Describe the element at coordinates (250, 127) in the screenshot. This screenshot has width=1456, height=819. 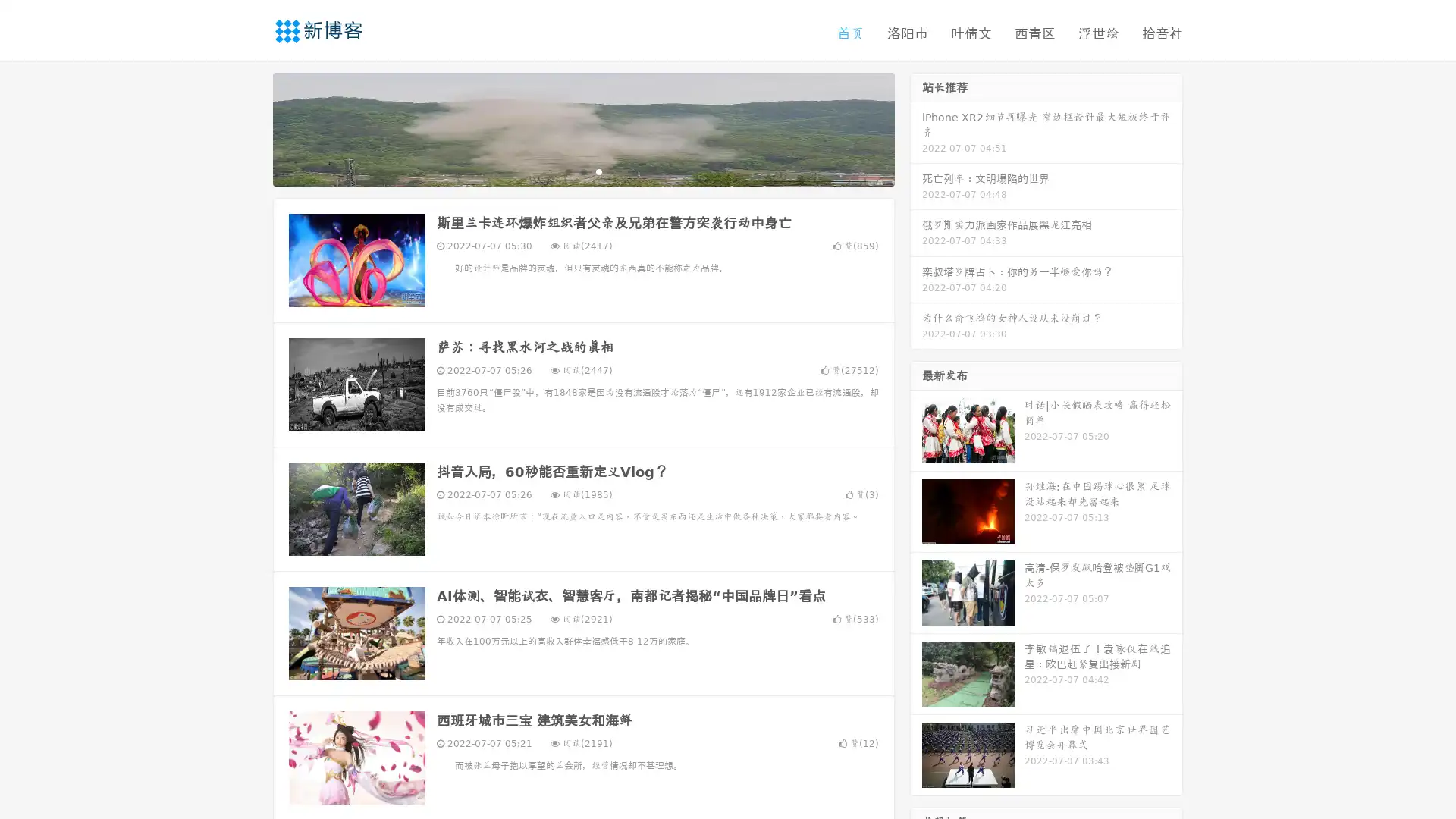
I see `Previous slide` at that location.